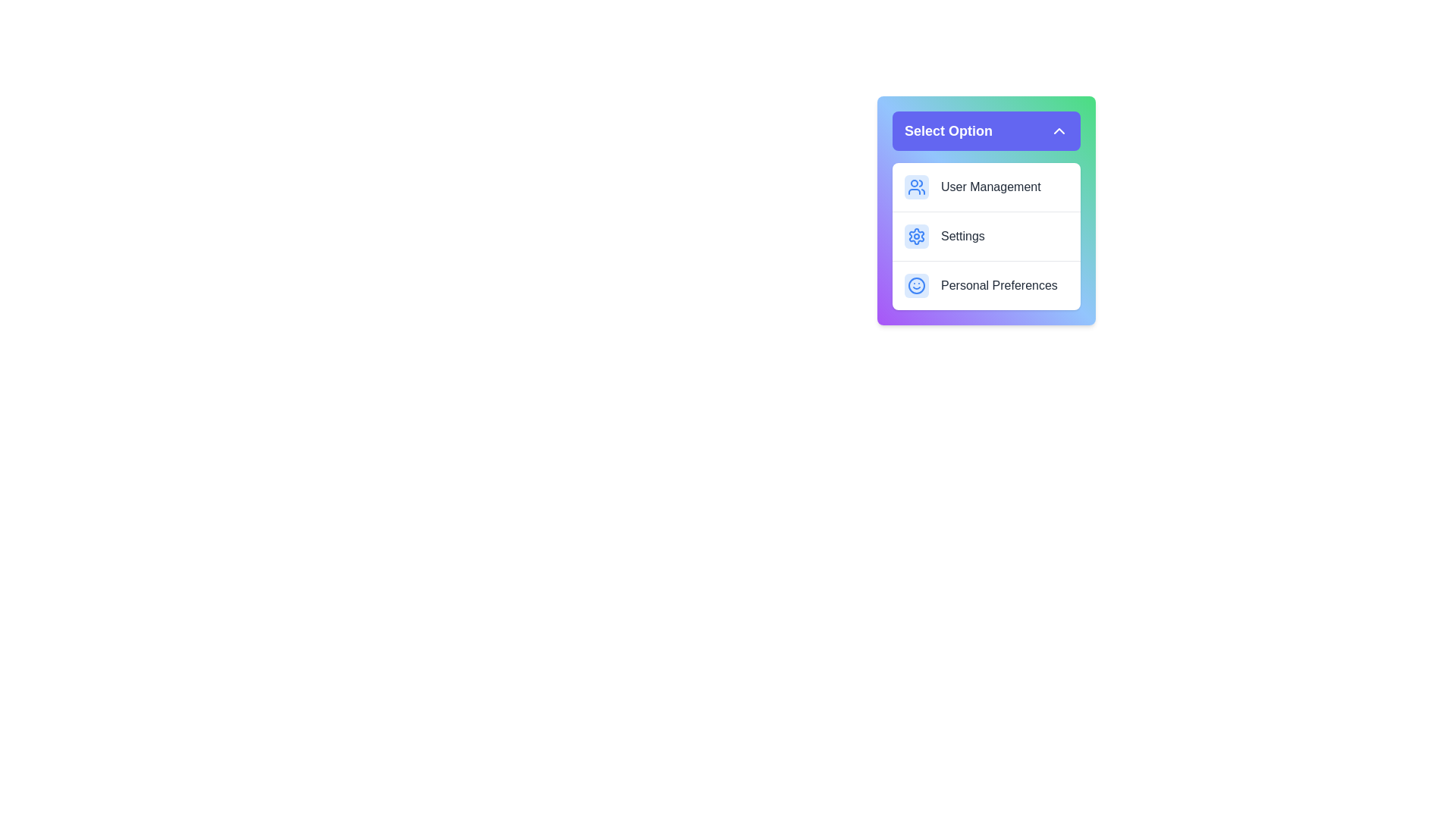  What do you see at coordinates (916, 237) in the screenshot?
I see `the circular blue icon with a gear symbol` at bounding box center [916, 237].